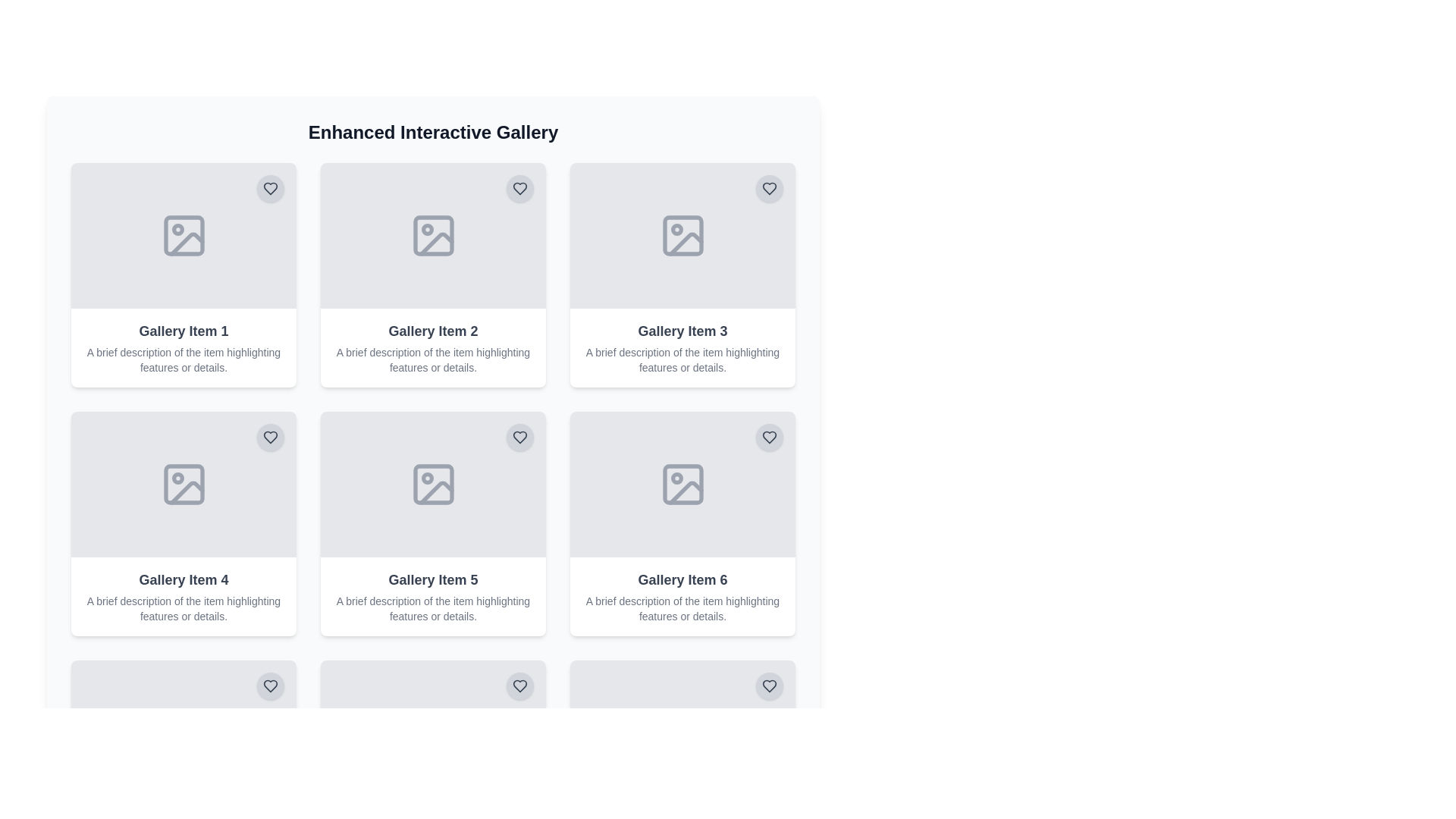 The height and width of the screenshot is (819, 1456). Describe the element at coordinates (270, 188) in the screenshot. I see `the heart-shaped icon in the top-right corner of the panel for 'Gallery Item 1', which indicates liking or favoriting the item` at that location.